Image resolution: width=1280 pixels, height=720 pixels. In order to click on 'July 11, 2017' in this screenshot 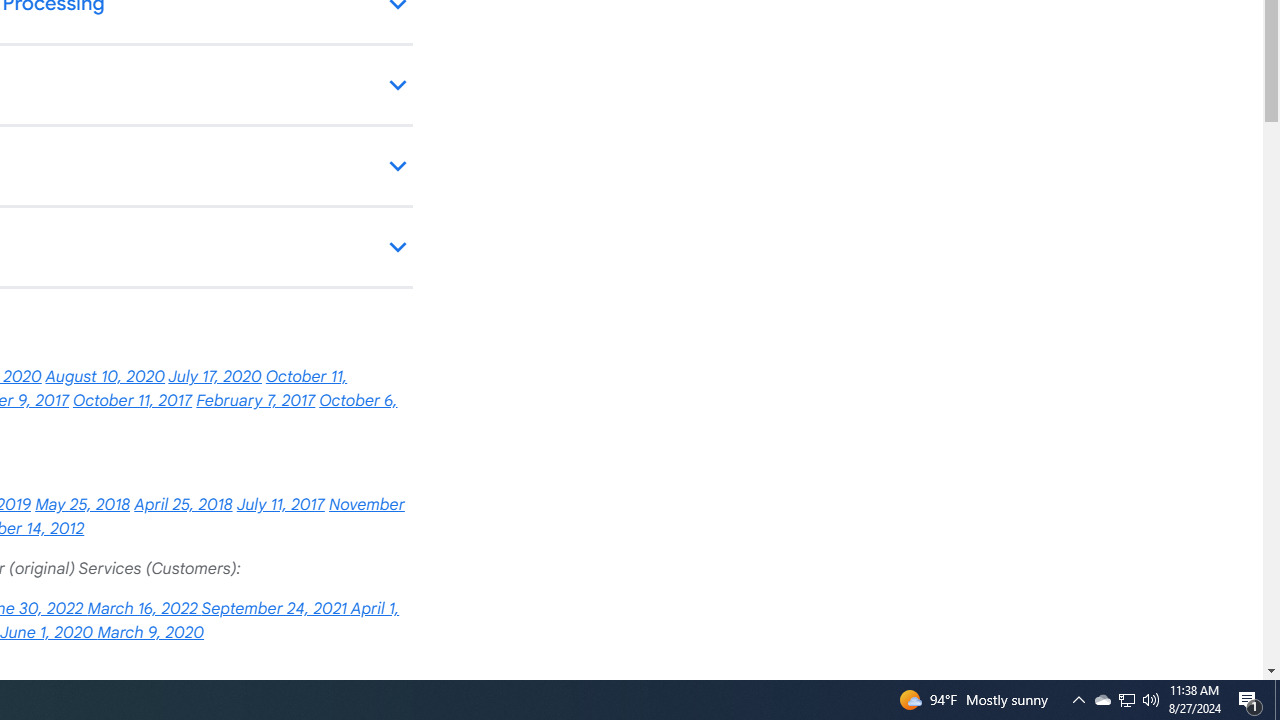, I will do `click(279, 504)`.